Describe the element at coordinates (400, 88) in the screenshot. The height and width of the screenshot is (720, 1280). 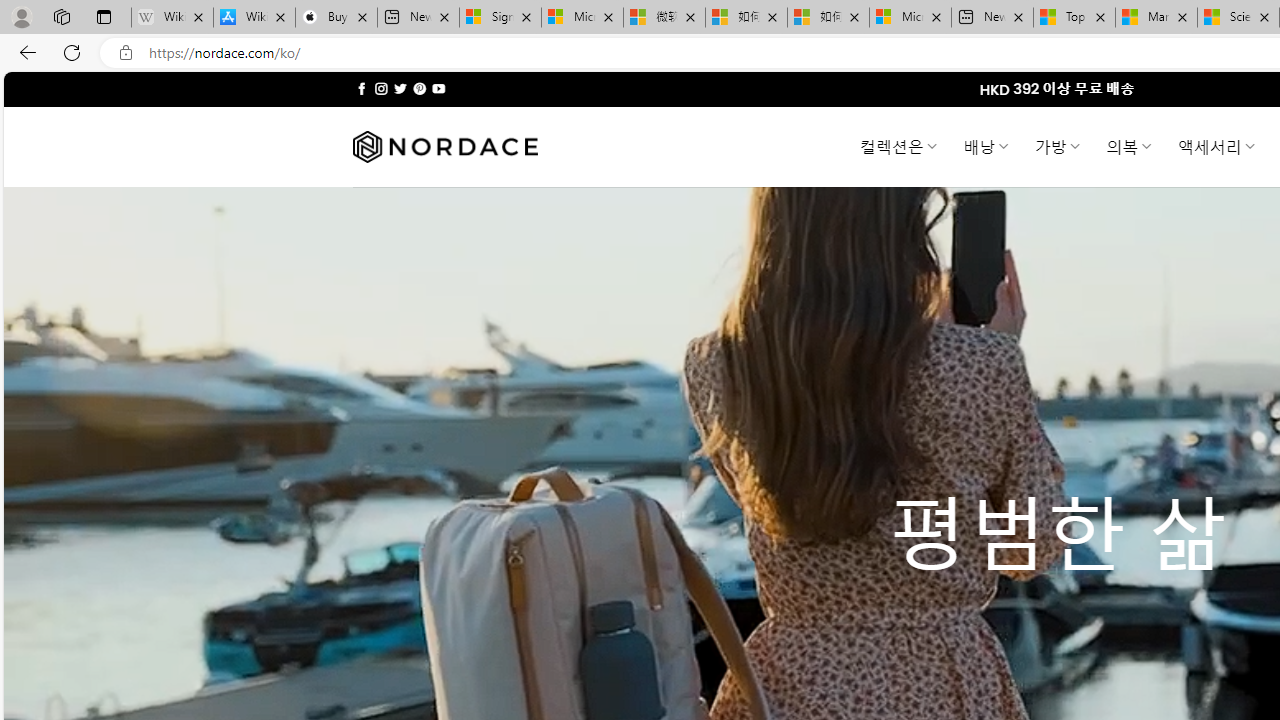
I see `'Follow on Twitter'` at that location.